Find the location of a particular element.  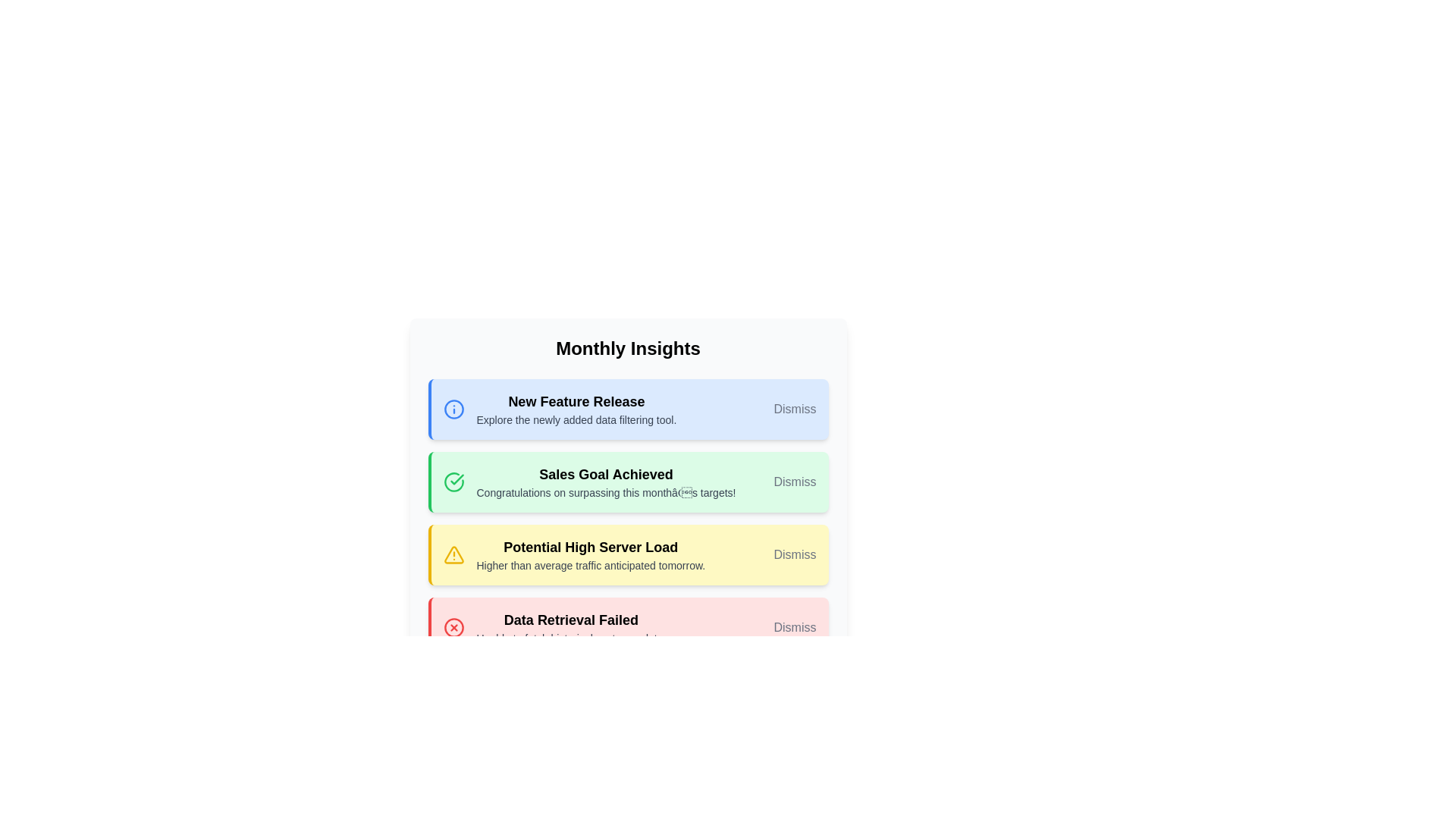

the 'Dismiss' button located in the top-right corner of the yellow notification card titled 'Potential High Server Load' is located at coordinates (794, 555).